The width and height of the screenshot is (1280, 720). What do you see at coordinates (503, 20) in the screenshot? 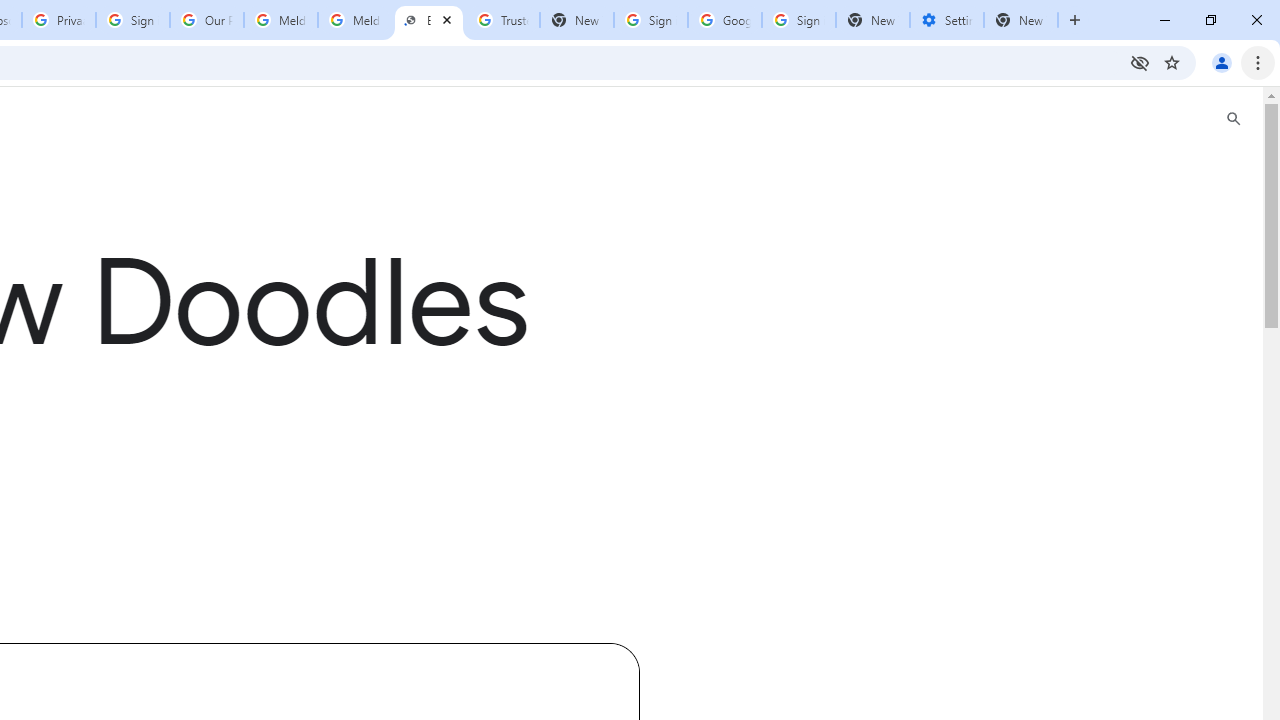
I see `'Trusted Information and Content - Google Safety Center'` at bounding box center [503, 20].